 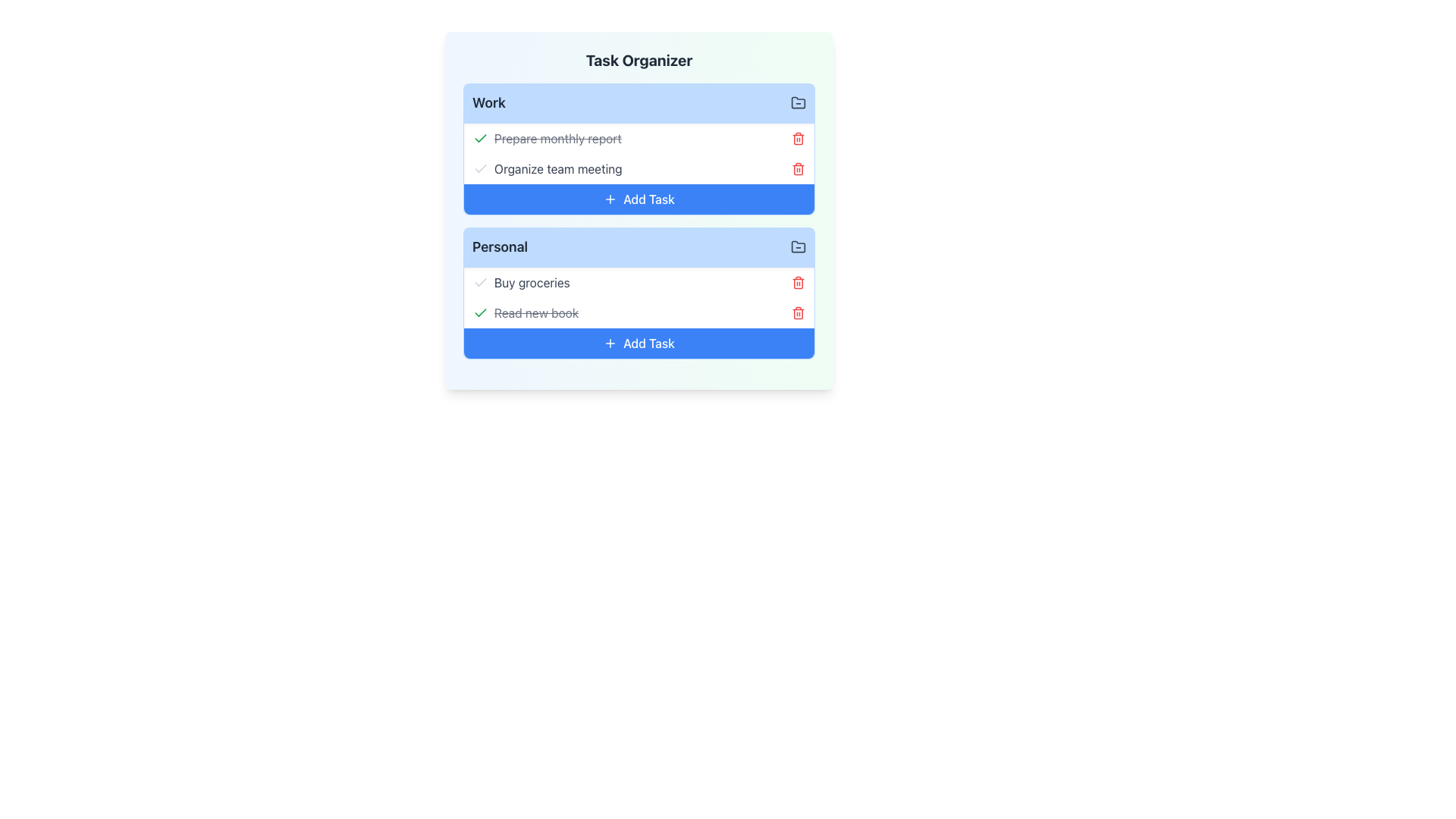 I want to click on the static text label indicating the task titled 'Organize team meeting', which is positioned between 'Prepare monthly report' and '+ Add Task' in the 'Work' task section, so click(x=557, y=169).